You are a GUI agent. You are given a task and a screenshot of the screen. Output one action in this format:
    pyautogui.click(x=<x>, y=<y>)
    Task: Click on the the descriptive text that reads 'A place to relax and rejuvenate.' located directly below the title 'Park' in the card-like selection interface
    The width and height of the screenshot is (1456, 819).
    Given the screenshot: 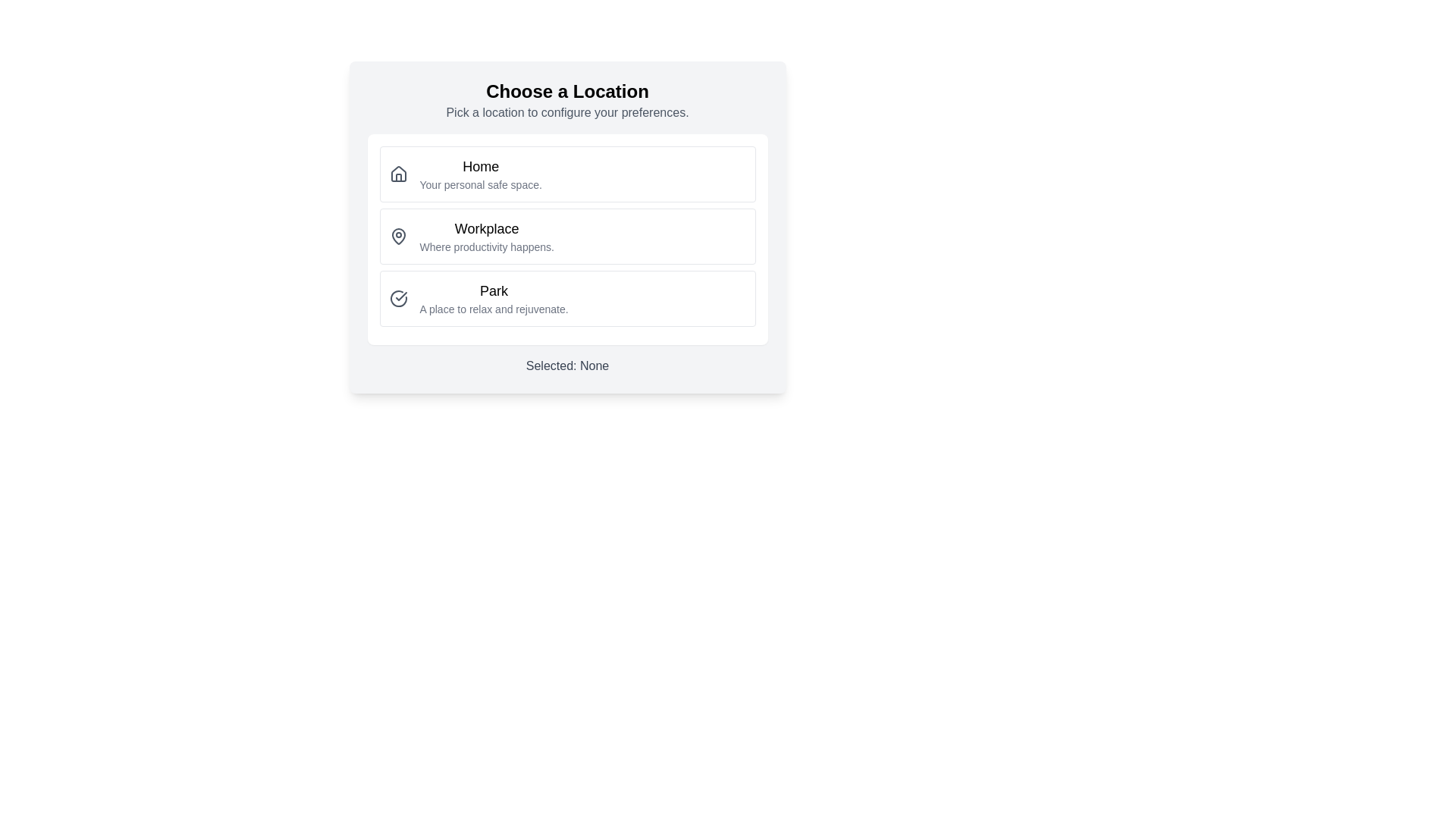 What is the action you would take?
    pyautogui.click(x=494, y=309)
    